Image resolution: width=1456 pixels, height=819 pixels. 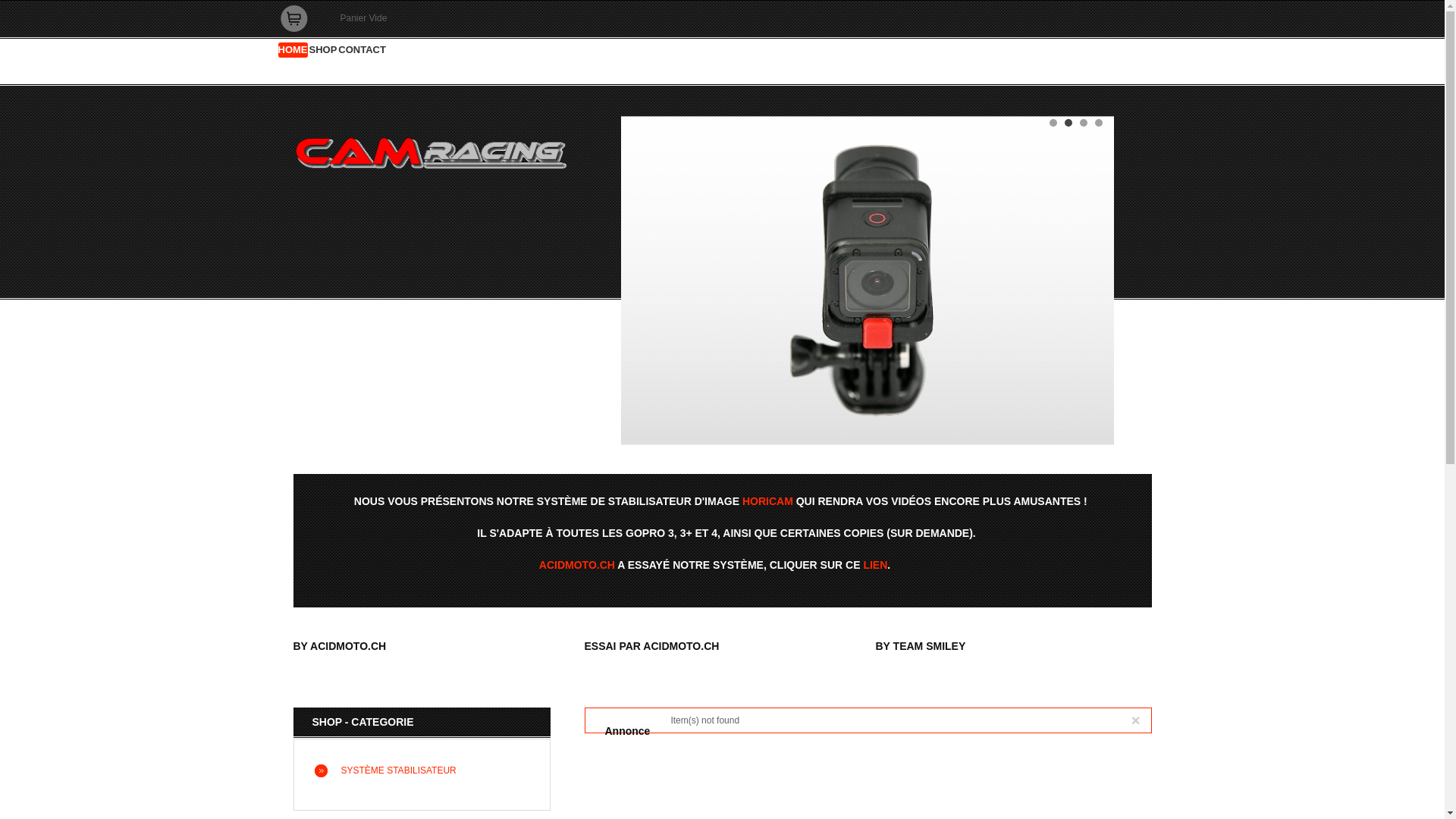 I want to click on 'SHOP', so click(x=309, y=49).